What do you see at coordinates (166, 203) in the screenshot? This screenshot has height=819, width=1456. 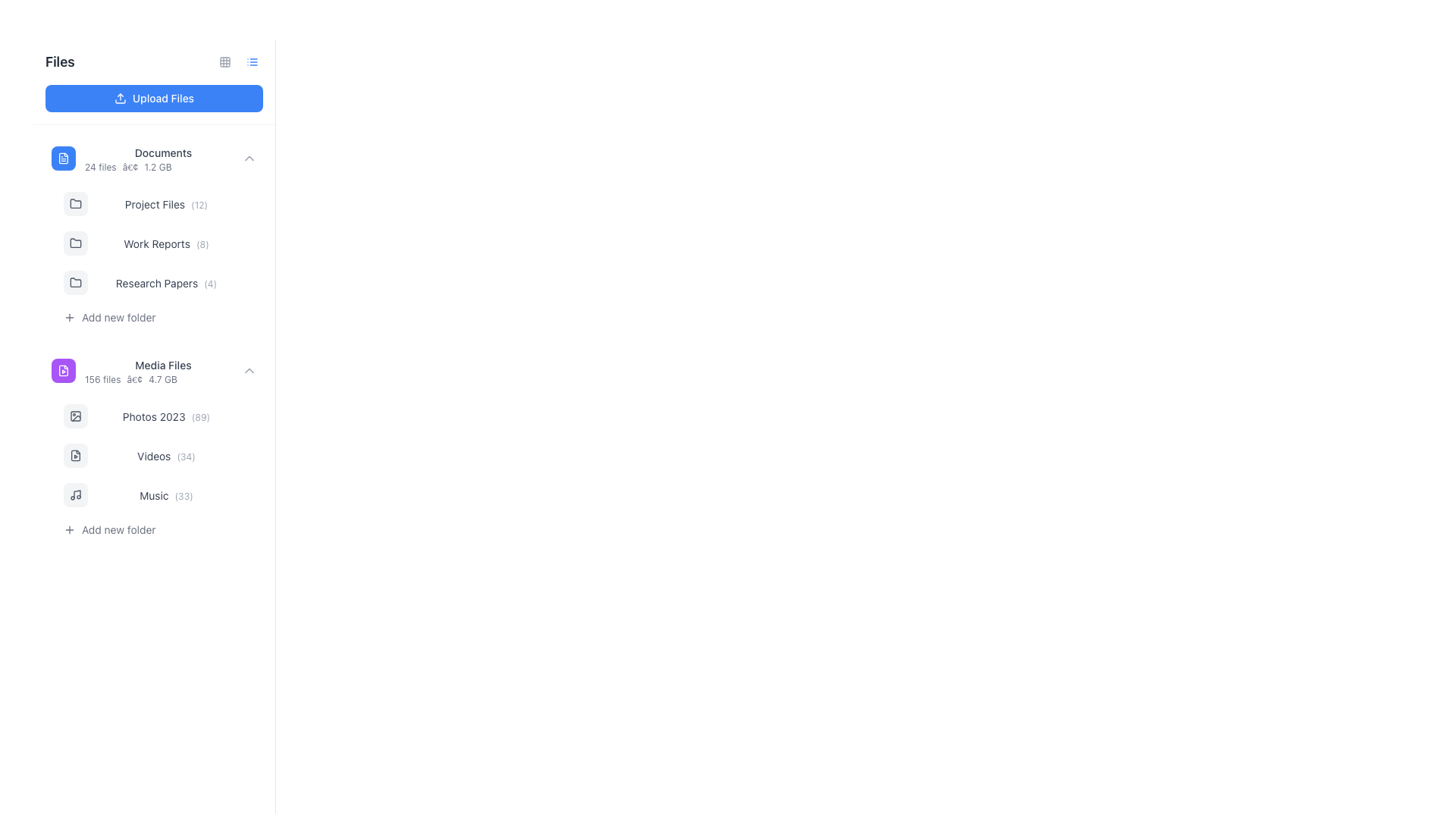 I see `the 'Project Files(12)' navigation link located in the second slot under the 'Documents' header in the left-hand vertical navigation menu` at bounding box center [166, 203].